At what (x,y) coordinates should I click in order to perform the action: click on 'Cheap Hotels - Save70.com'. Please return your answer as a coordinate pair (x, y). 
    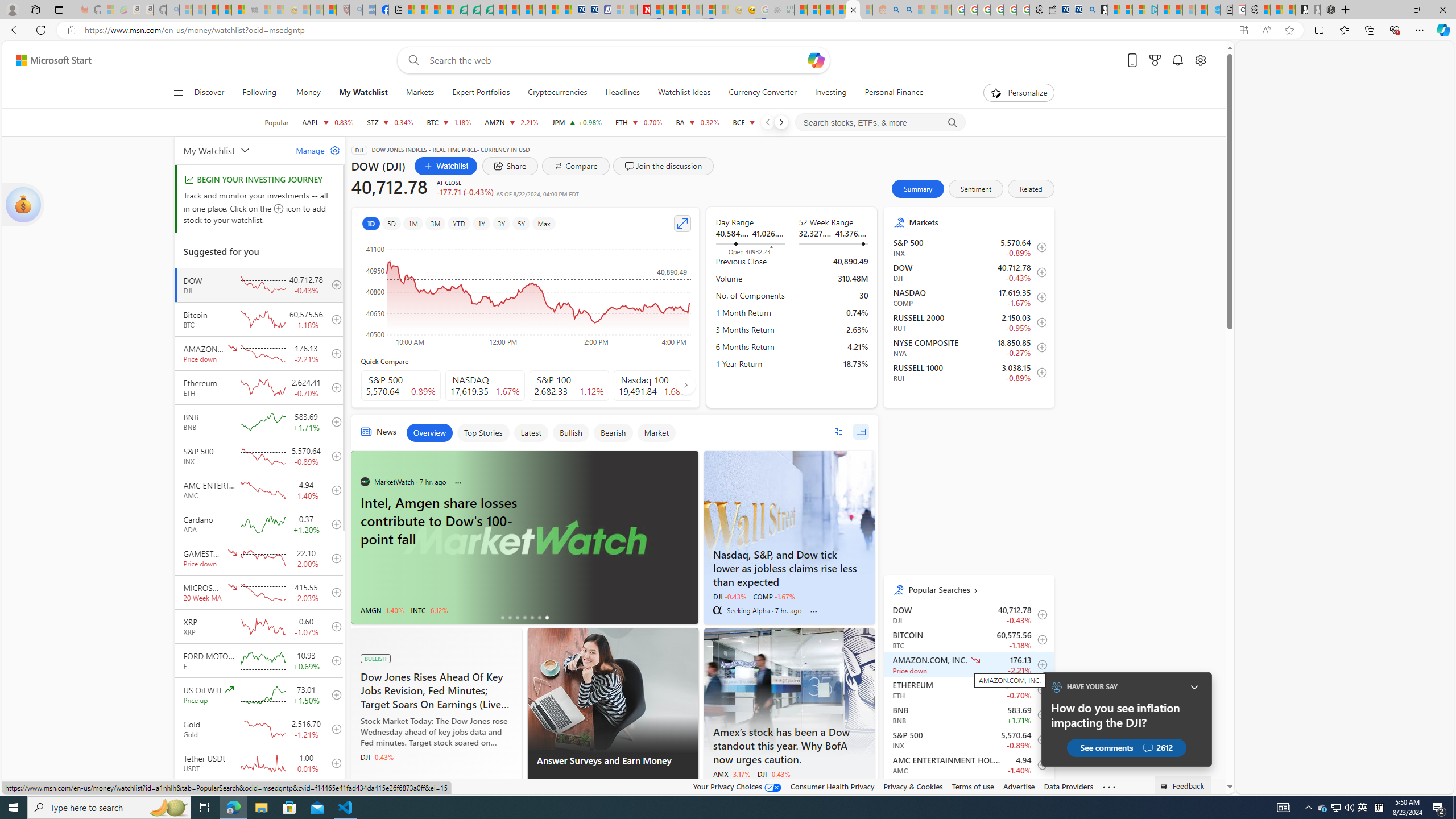
    Looking at the image, I should click on (591, 9).